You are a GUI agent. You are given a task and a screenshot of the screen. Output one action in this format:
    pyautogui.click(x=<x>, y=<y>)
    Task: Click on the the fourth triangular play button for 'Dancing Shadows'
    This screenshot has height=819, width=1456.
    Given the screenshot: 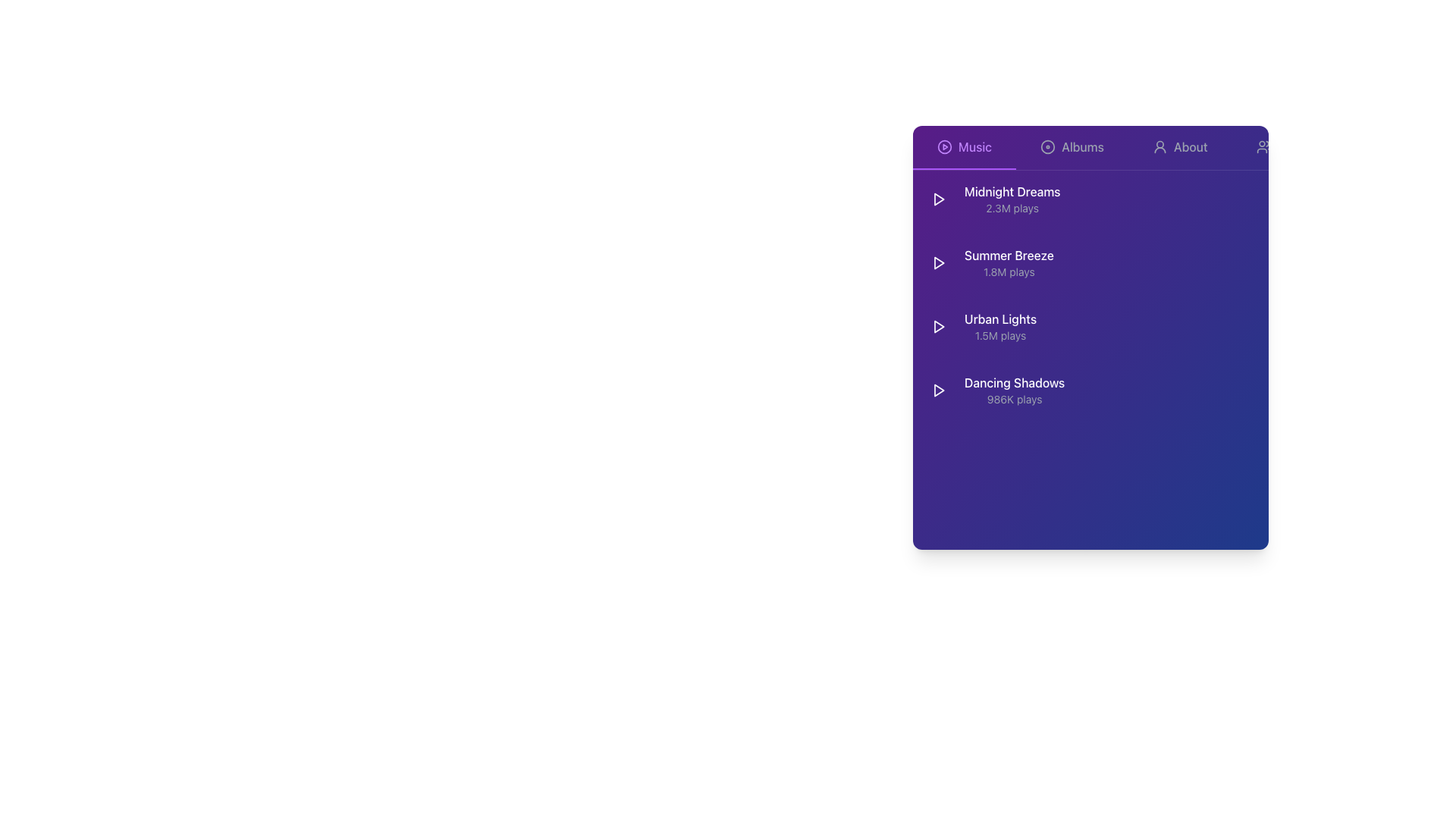 What is the action you would take?
    pyautogui.click(x=938, y=390)
    